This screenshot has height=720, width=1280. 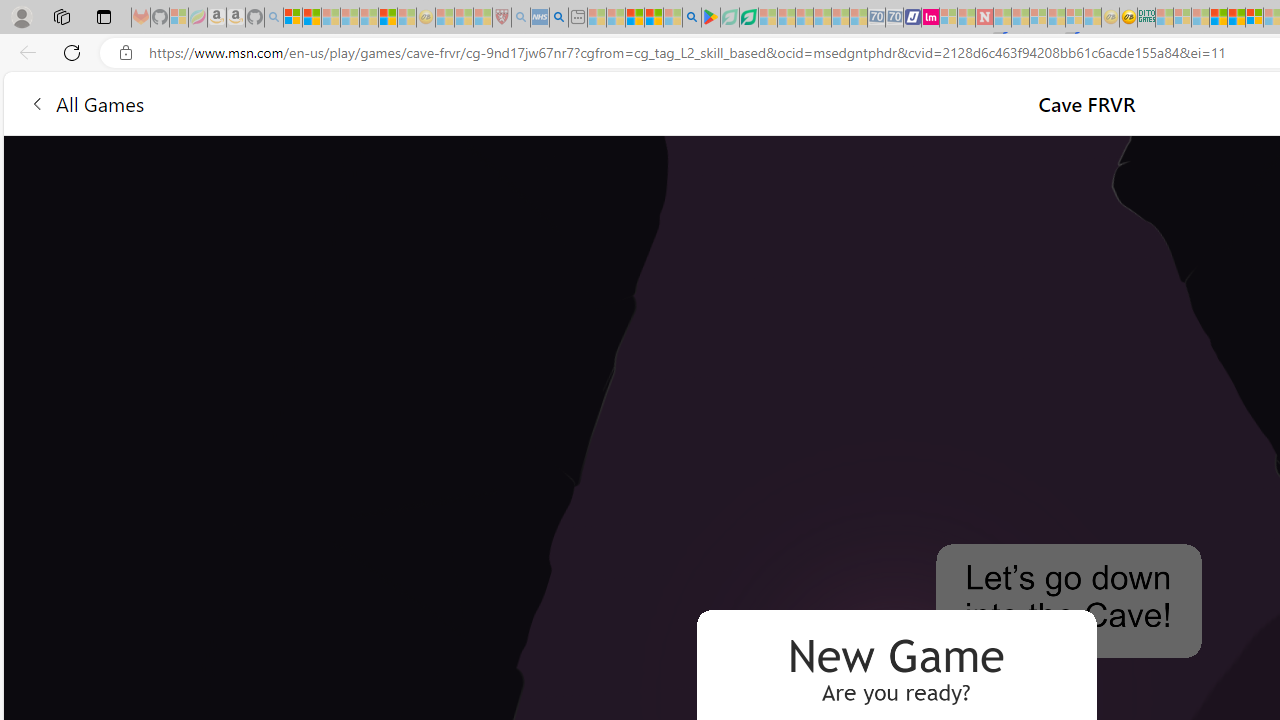 What do you see at coordinates (85, 103) in the screenshot?
I see `'All Games'` at bounding box center [85, 103].